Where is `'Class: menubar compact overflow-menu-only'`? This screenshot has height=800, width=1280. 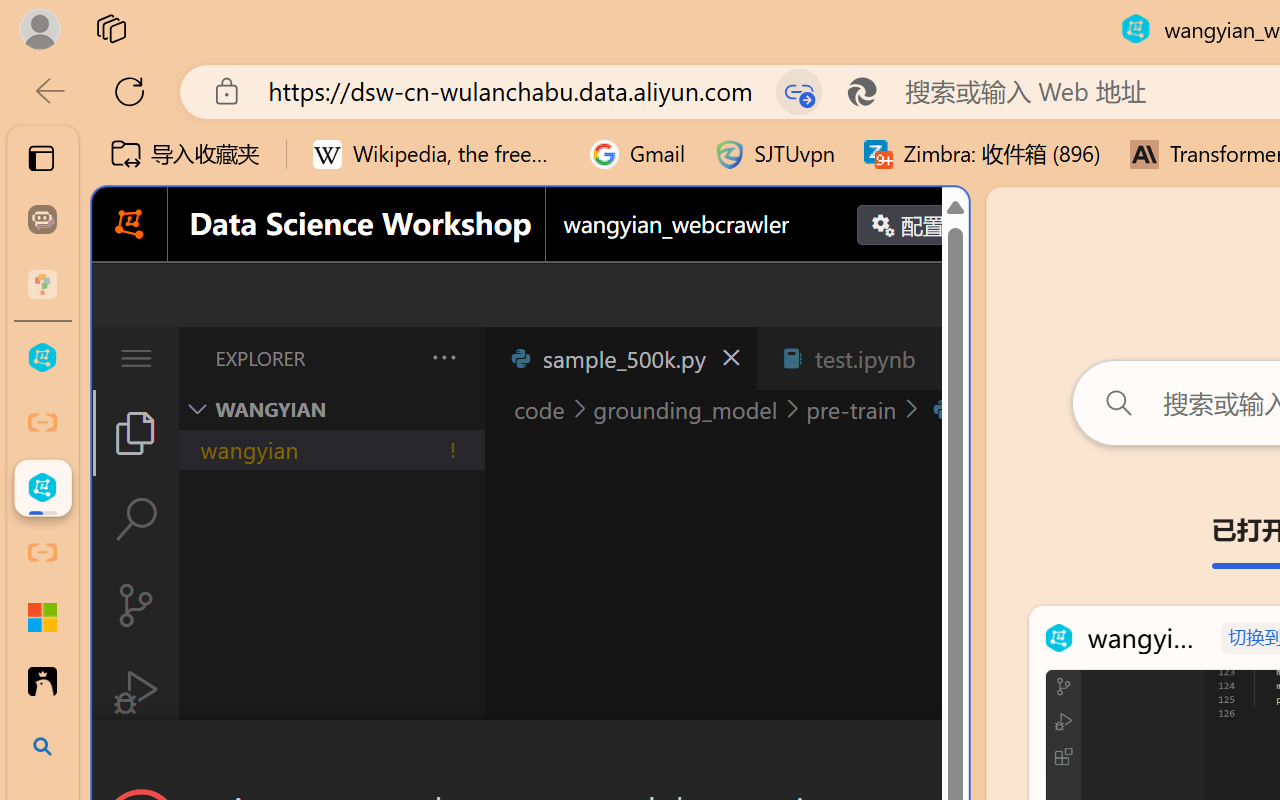
'Class: menubar compact overflow-menu-only' is located at coordinates (134, 358).